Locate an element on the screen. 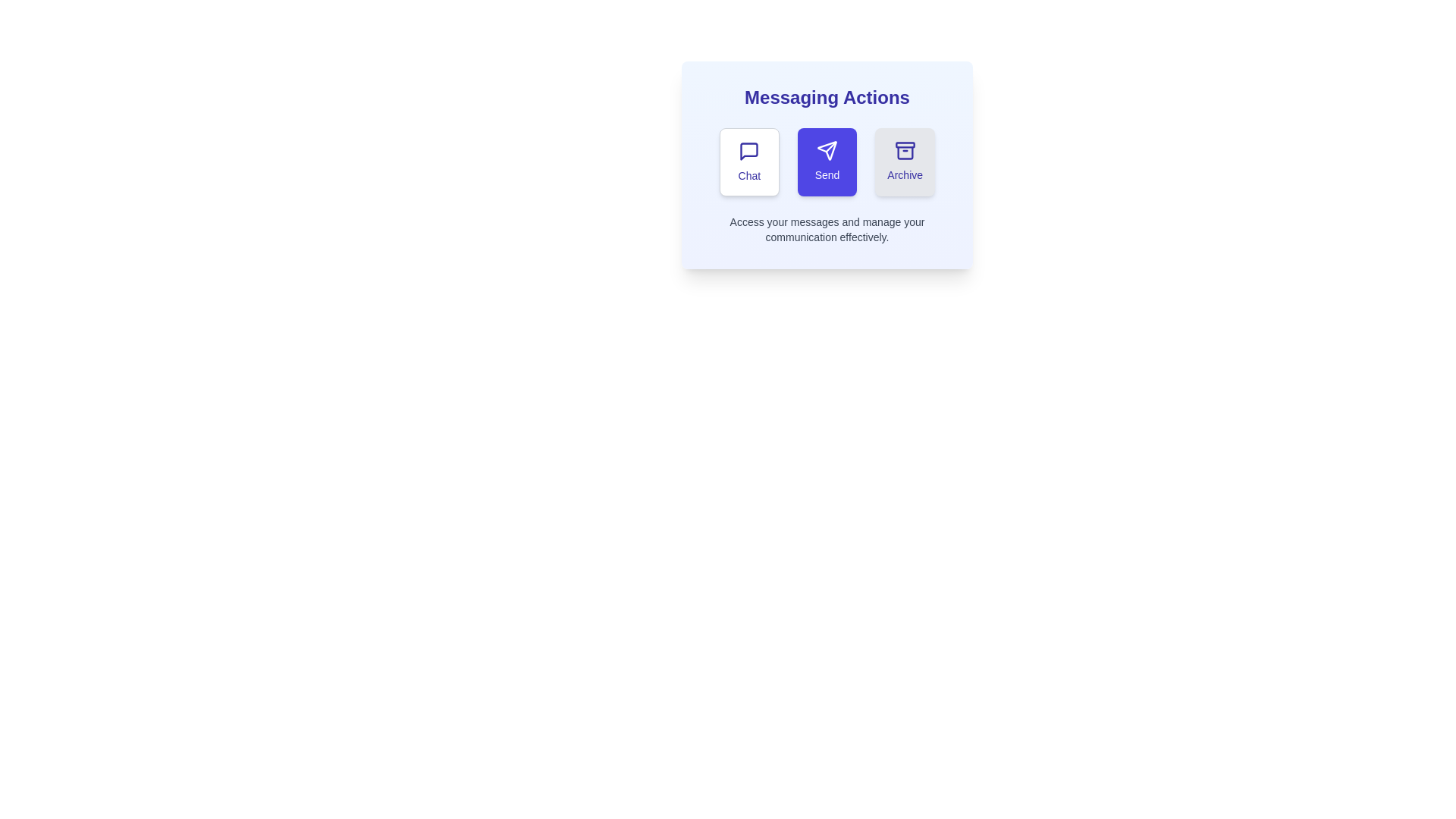 The width and height of the screenshot is (1456, 819). the small graphical icon resembling a paper plane or arrow within the blue square background, representing the 'Send' action in the 'Messaging Actions' card is located at coordinates (826, 151).